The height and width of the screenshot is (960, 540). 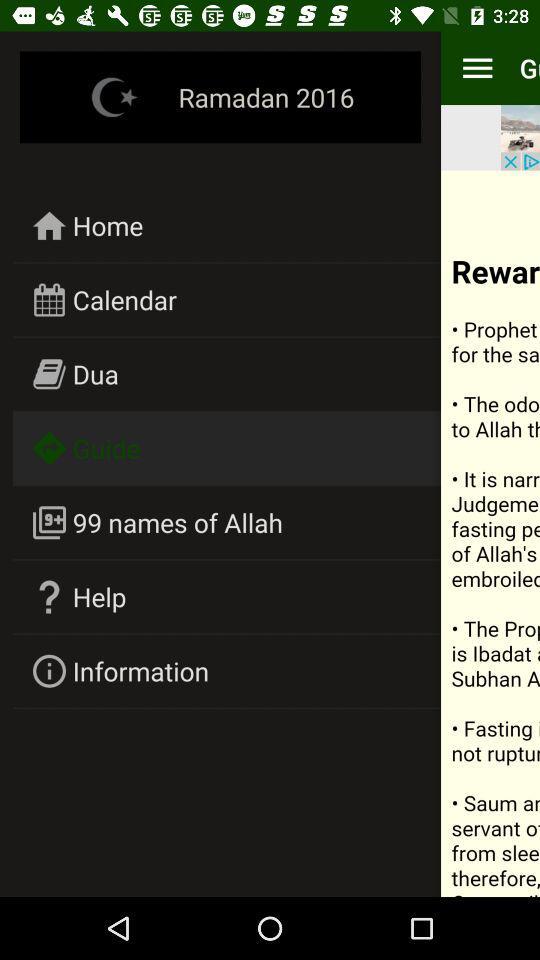 What do you see at coordinates (98, 596) in the screenshot?
I see `icon above information icon` at bounding box center [98, 596].